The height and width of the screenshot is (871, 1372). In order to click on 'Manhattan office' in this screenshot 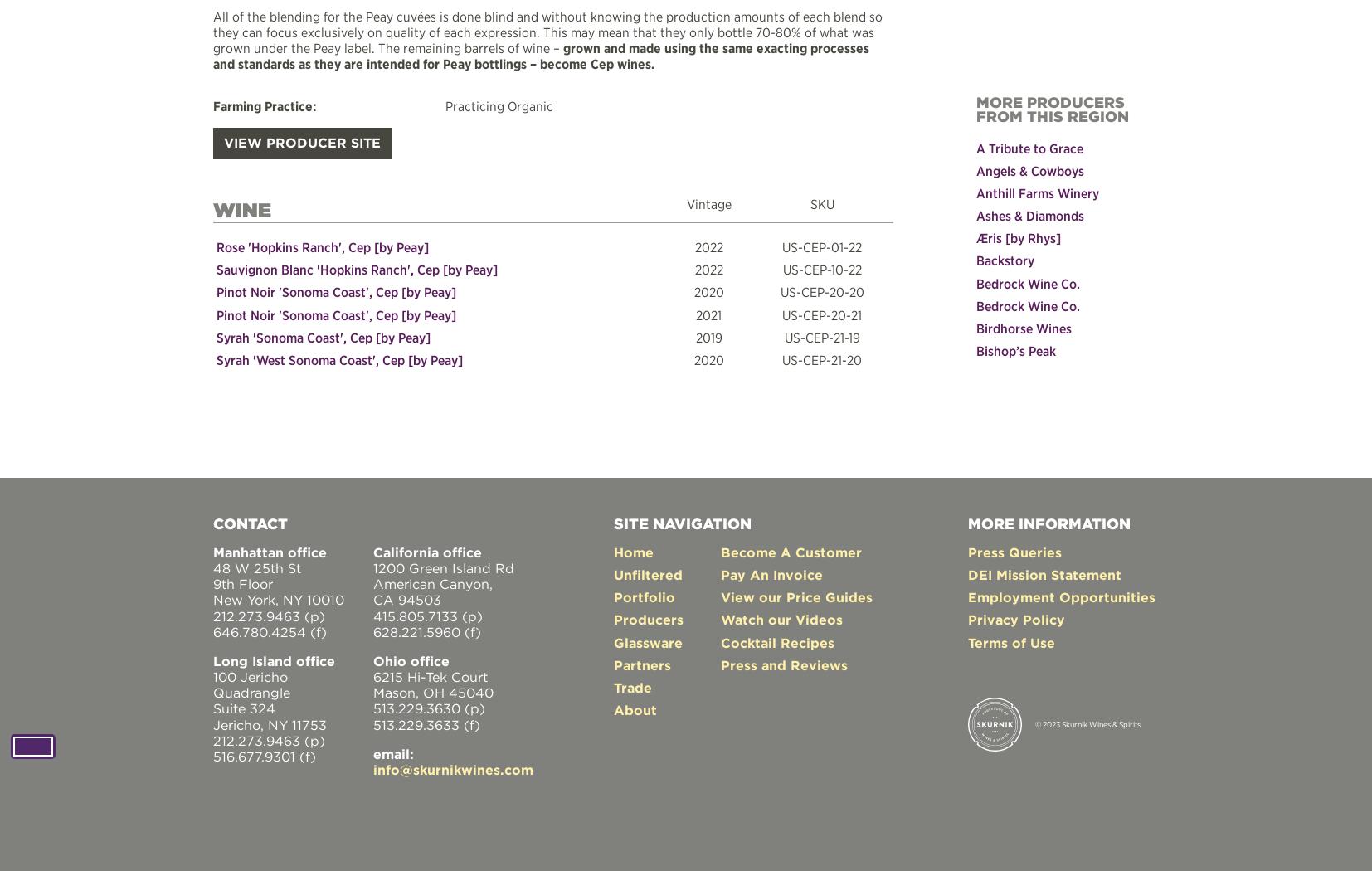, I will do `click(269, 550)`.